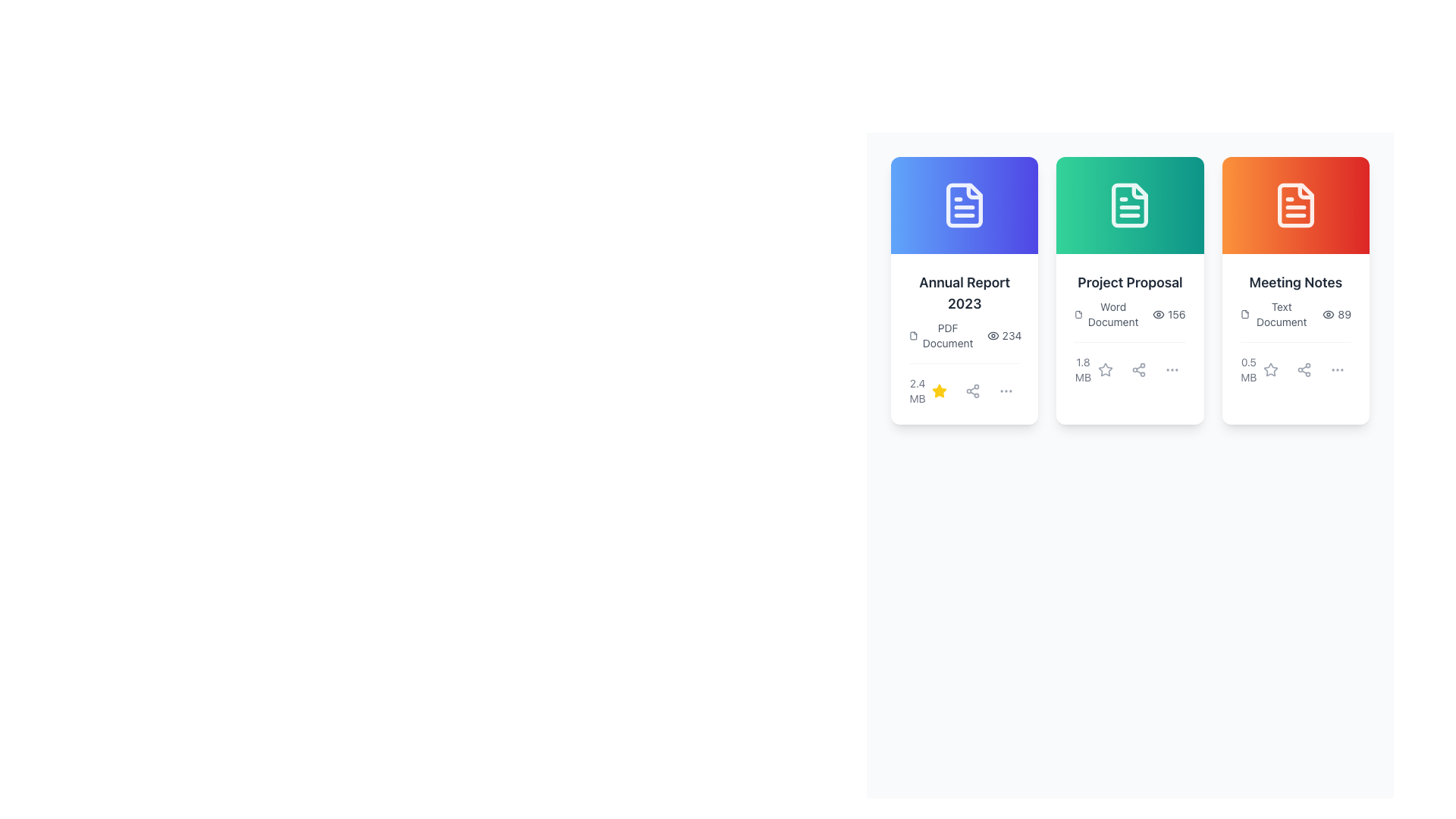 Image resolution: width=1456 pixels, height=819 pixels. I want to click on the file icon representing a document located in the header area of the 'Project Proposal' card, so click(1078, 314).